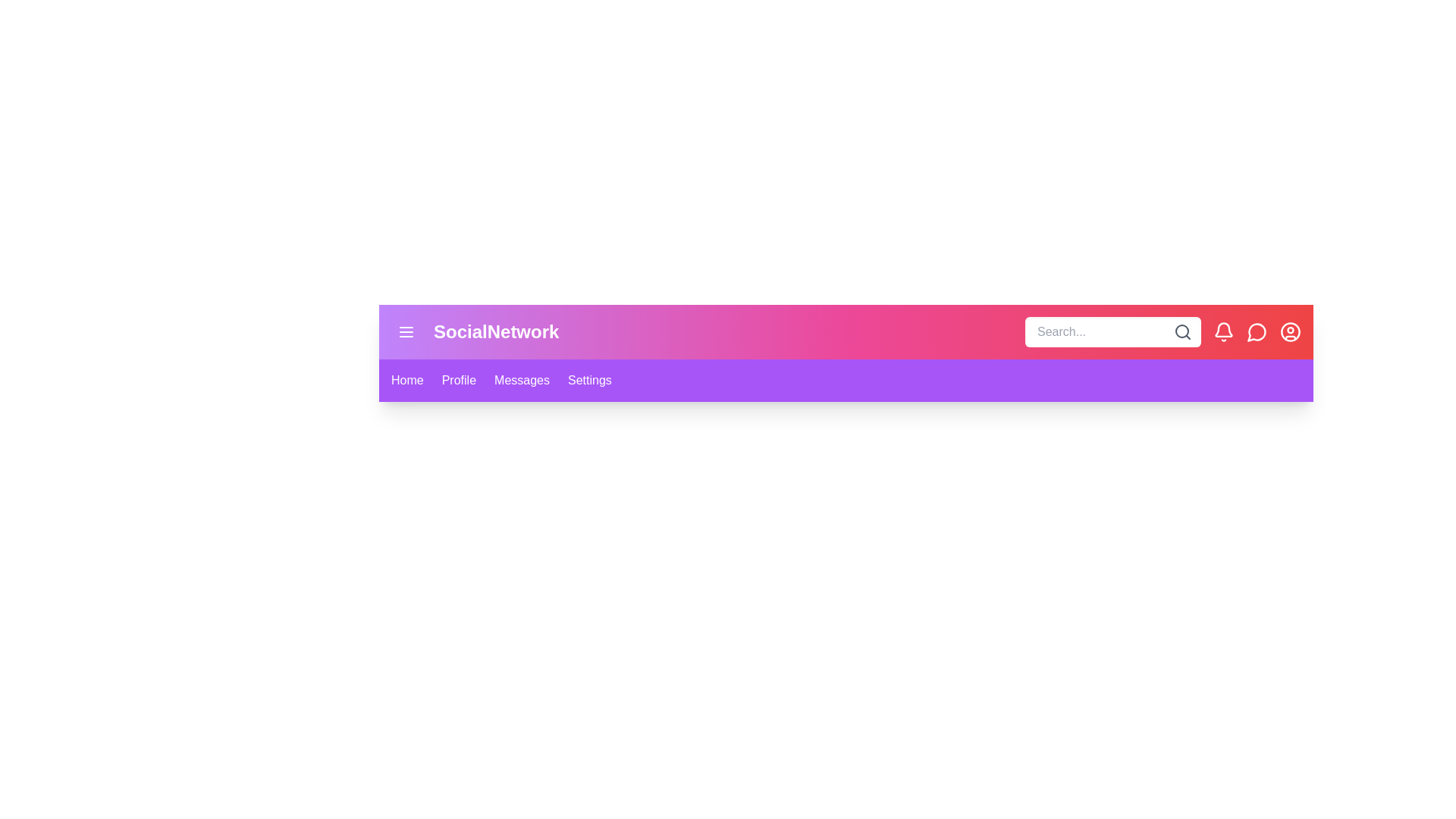 The width and height of the screenshot is (1456, 819). Describe the element at coordinates (406, 331) in the screenshot. I see `the menu button to toggle the menu visibility` at that location.